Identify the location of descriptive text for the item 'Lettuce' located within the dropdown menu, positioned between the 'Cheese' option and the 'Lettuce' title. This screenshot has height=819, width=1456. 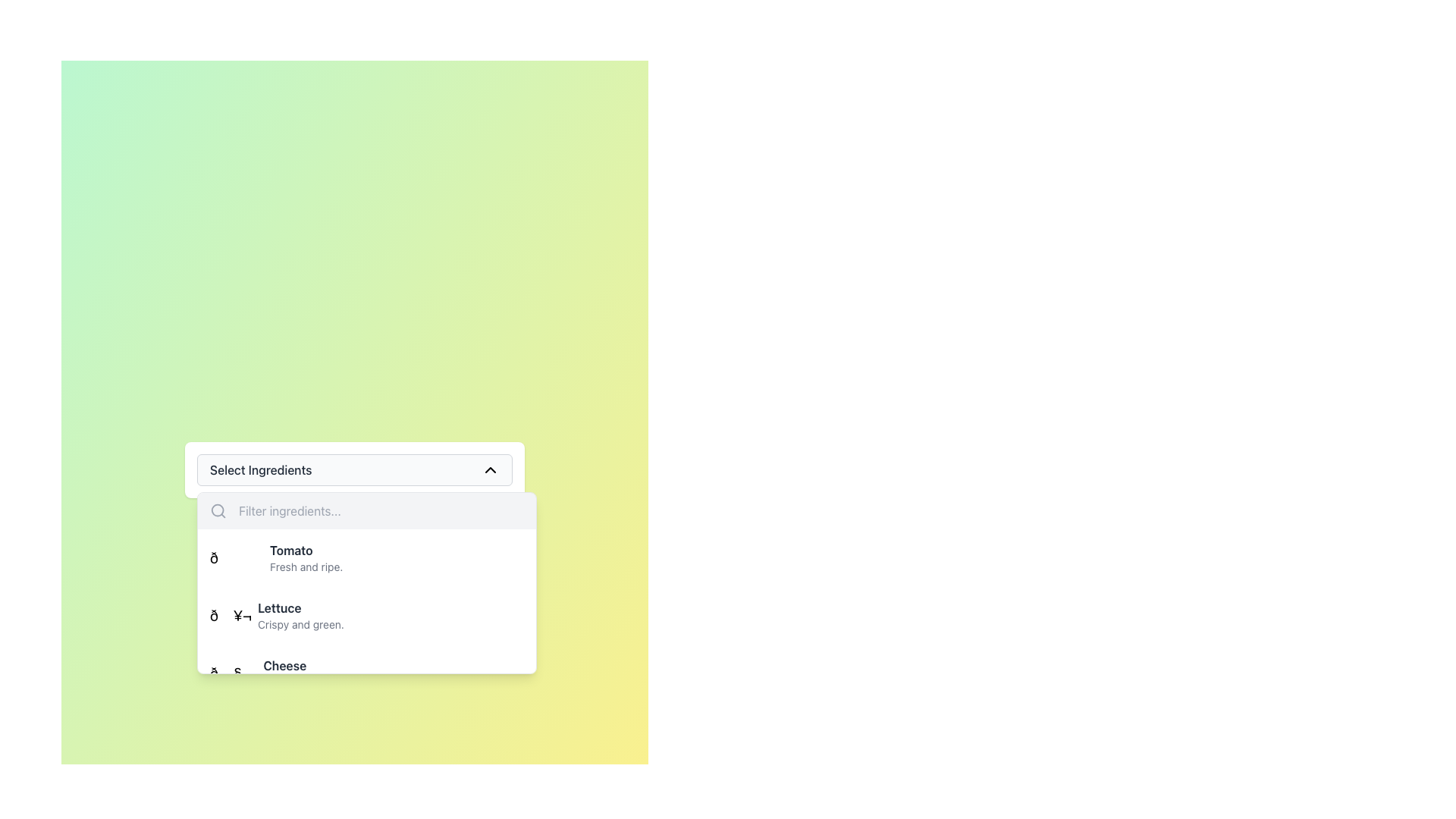
(301, 625).